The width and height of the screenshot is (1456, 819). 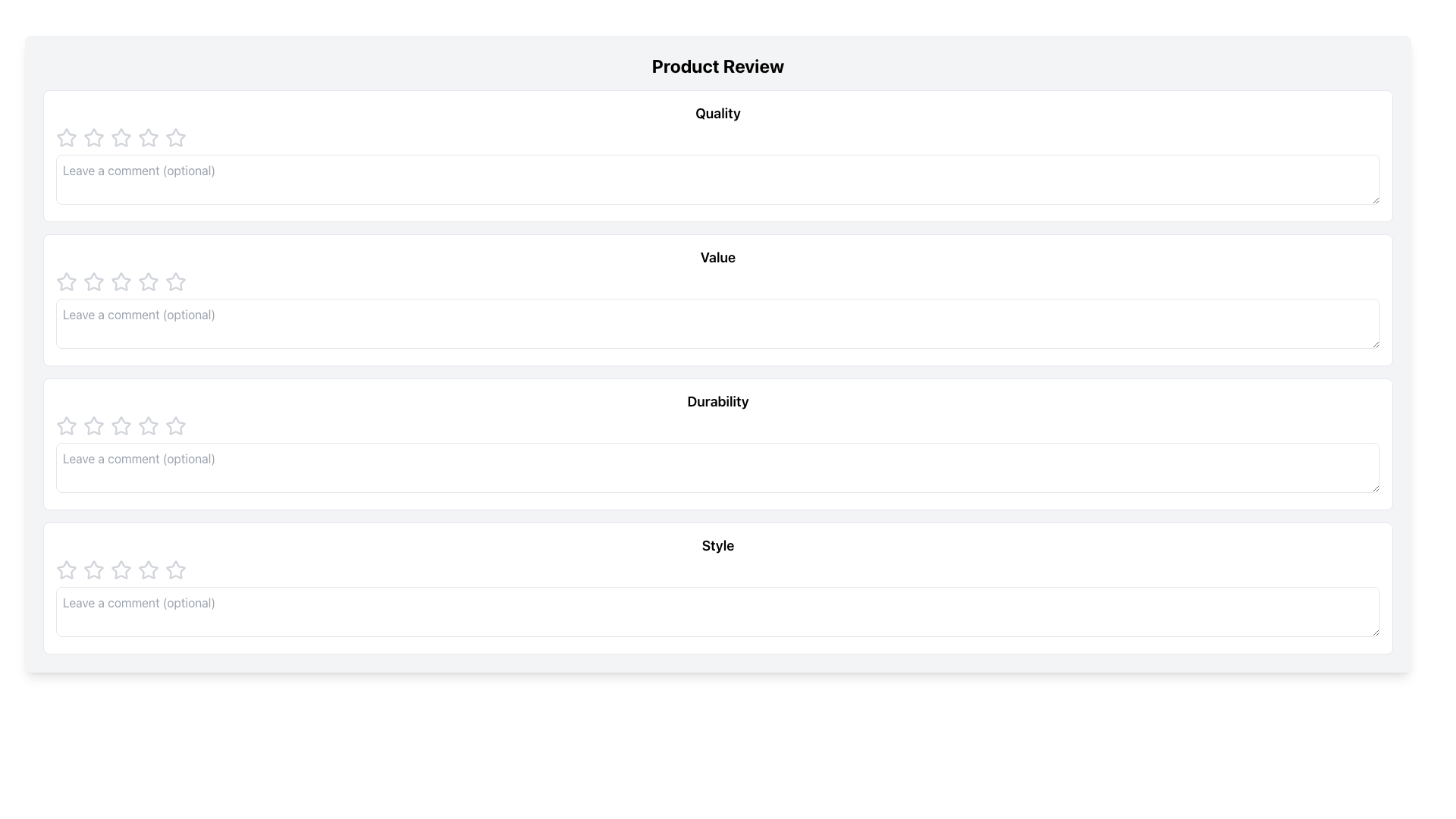 What do you see at coordinates (149, 570) in the screenshot?
I see `the first rating star icon in the 'Style' section` at bounding box center [149, 570].